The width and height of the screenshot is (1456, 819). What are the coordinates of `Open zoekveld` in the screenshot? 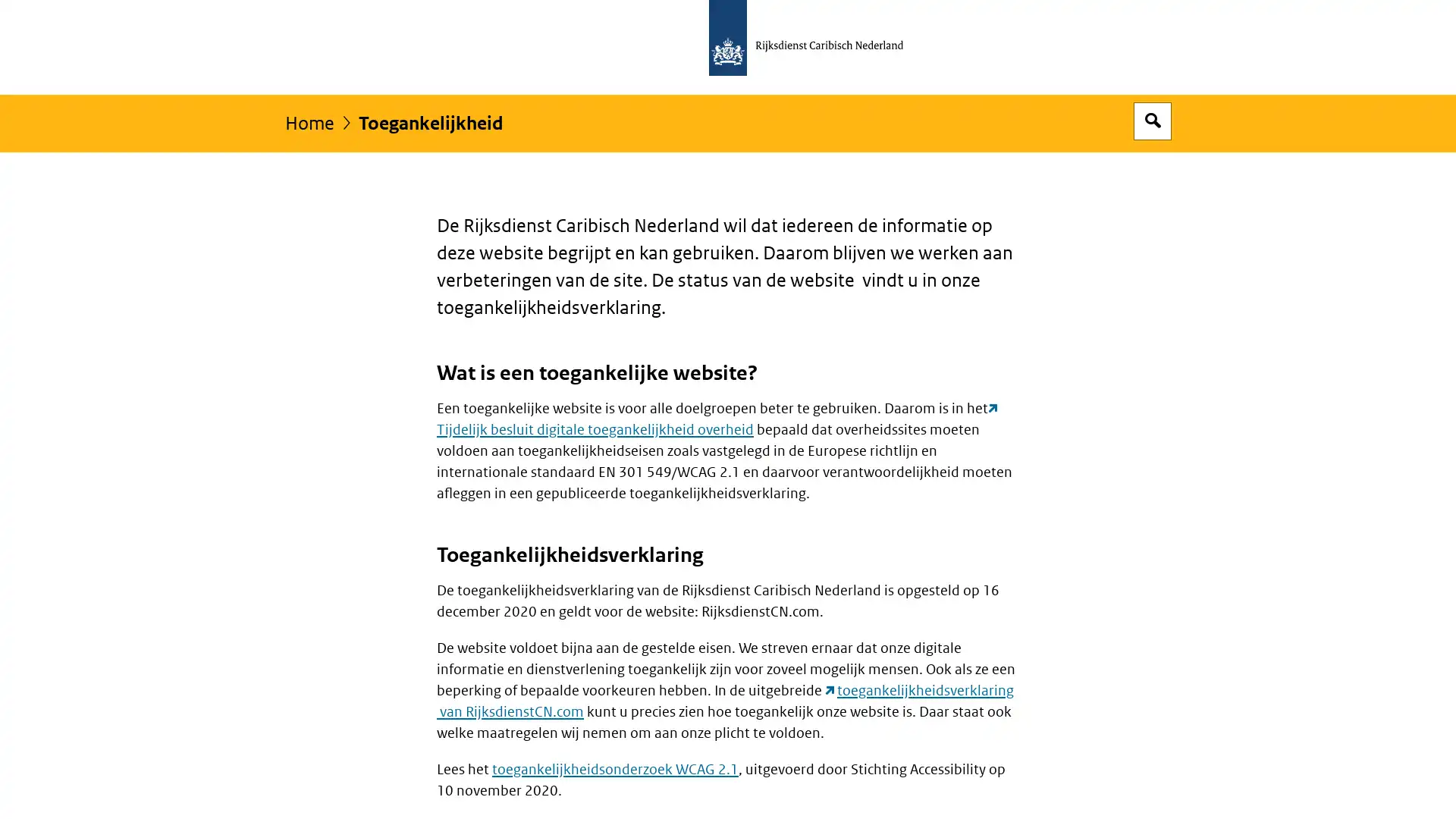 It's located at (1153, 120).